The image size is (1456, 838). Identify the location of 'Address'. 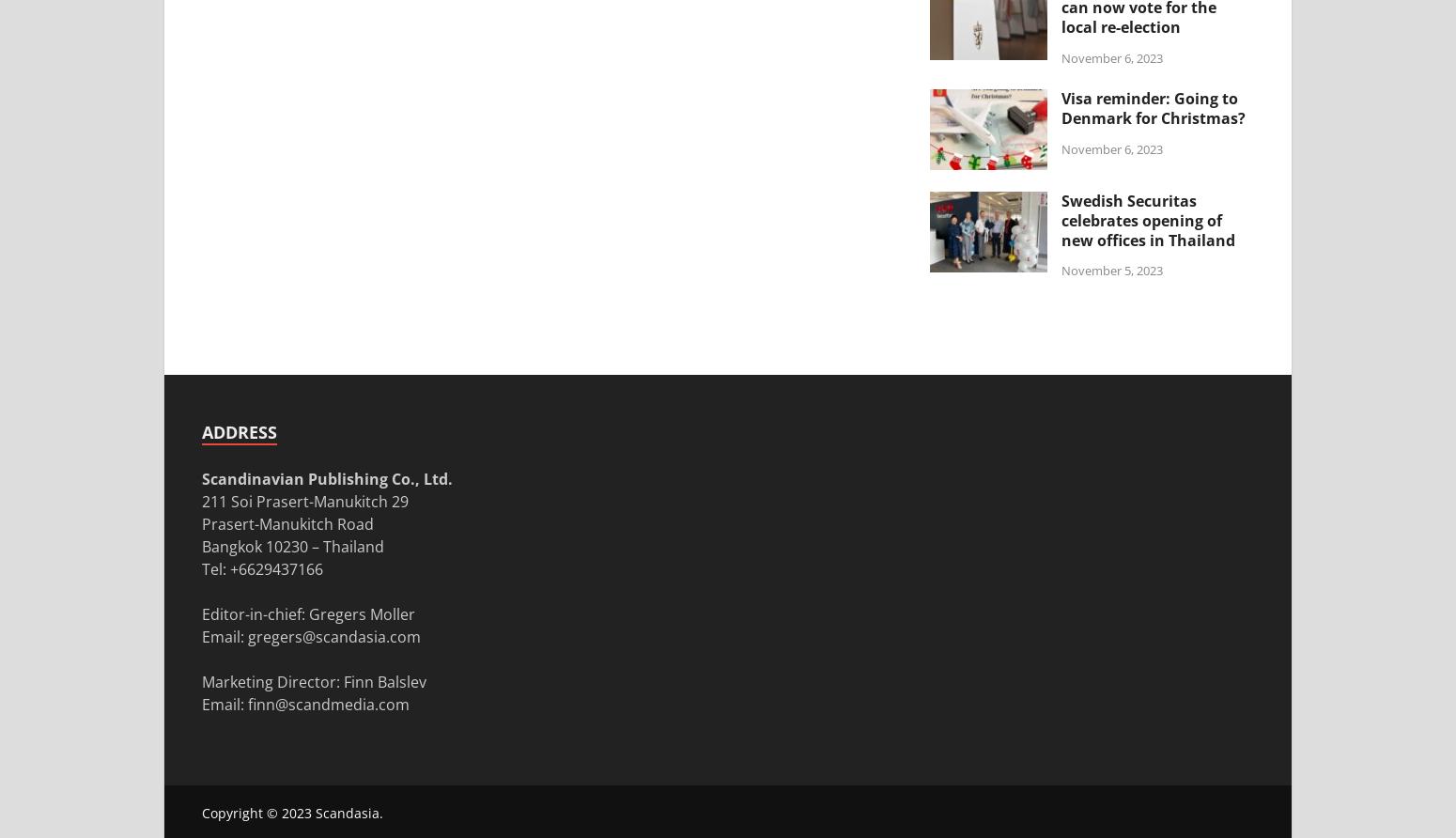
(239, 431).